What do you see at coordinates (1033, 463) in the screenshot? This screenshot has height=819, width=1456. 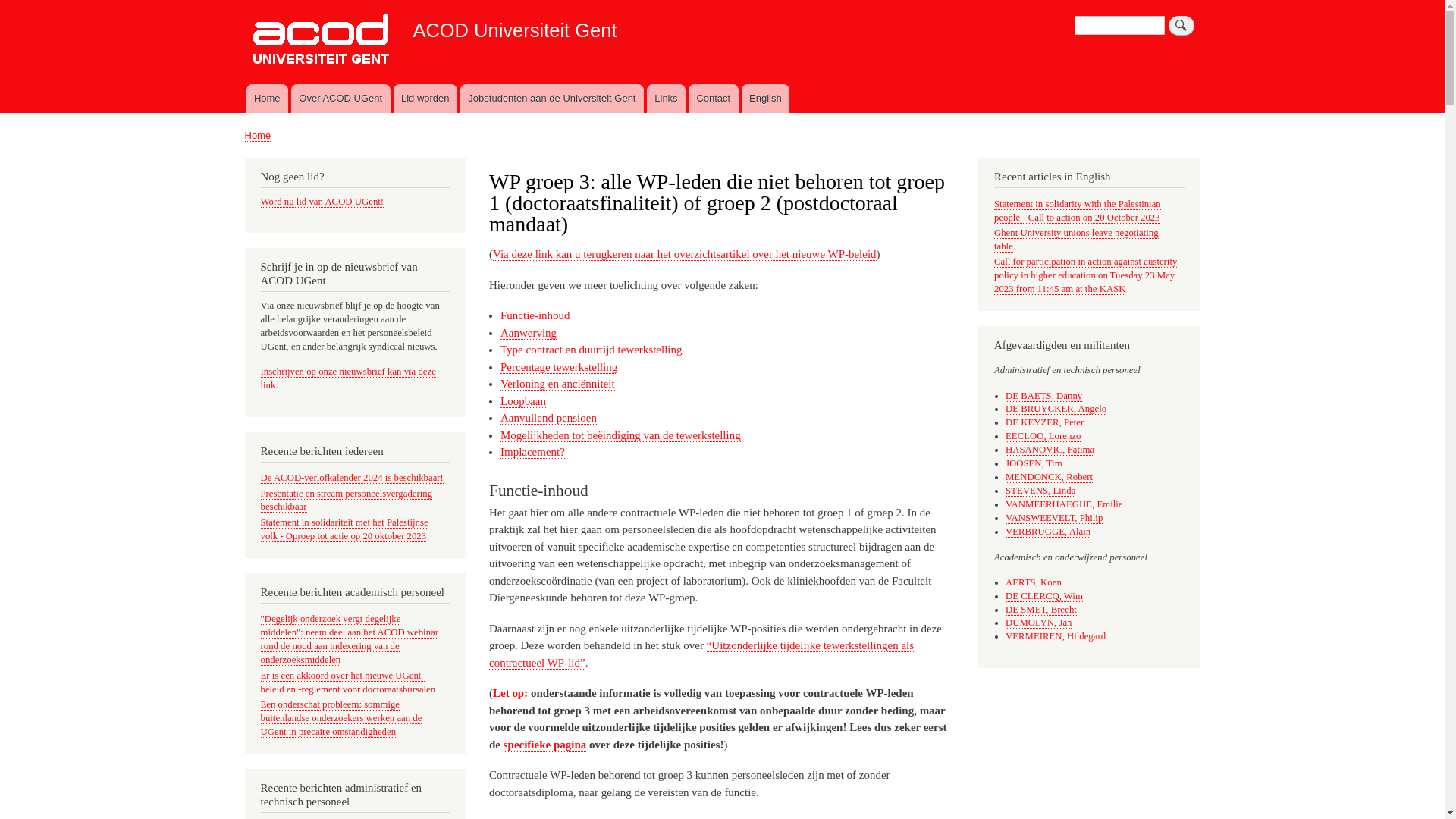 I see `'JOOSEN, Tim'` at bounding box center [1033, 463].